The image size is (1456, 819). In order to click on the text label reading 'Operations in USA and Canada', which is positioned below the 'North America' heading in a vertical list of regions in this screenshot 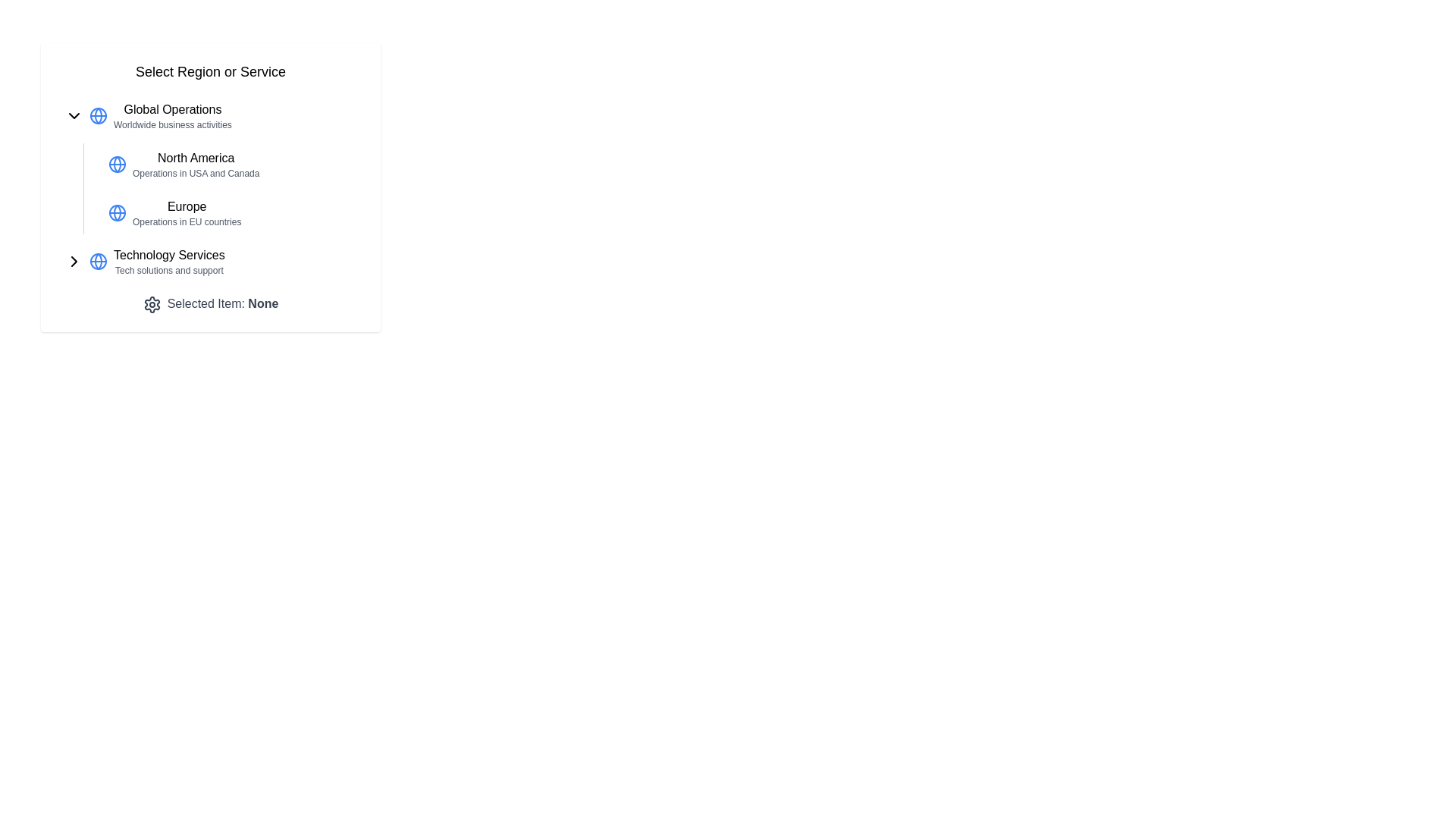, I will do `click(195, 172)`.